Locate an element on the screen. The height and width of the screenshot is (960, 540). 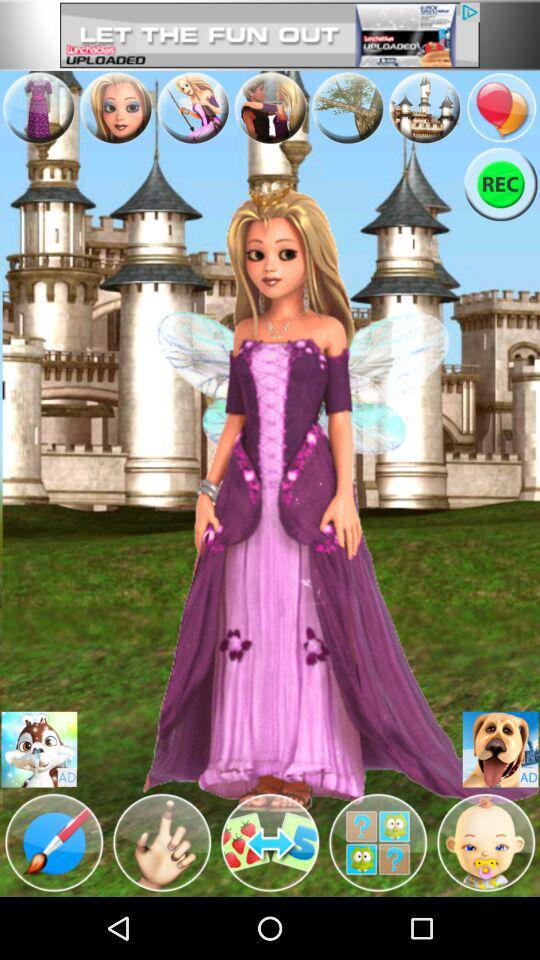
choose caracterer is located at coordinates (39, 748).